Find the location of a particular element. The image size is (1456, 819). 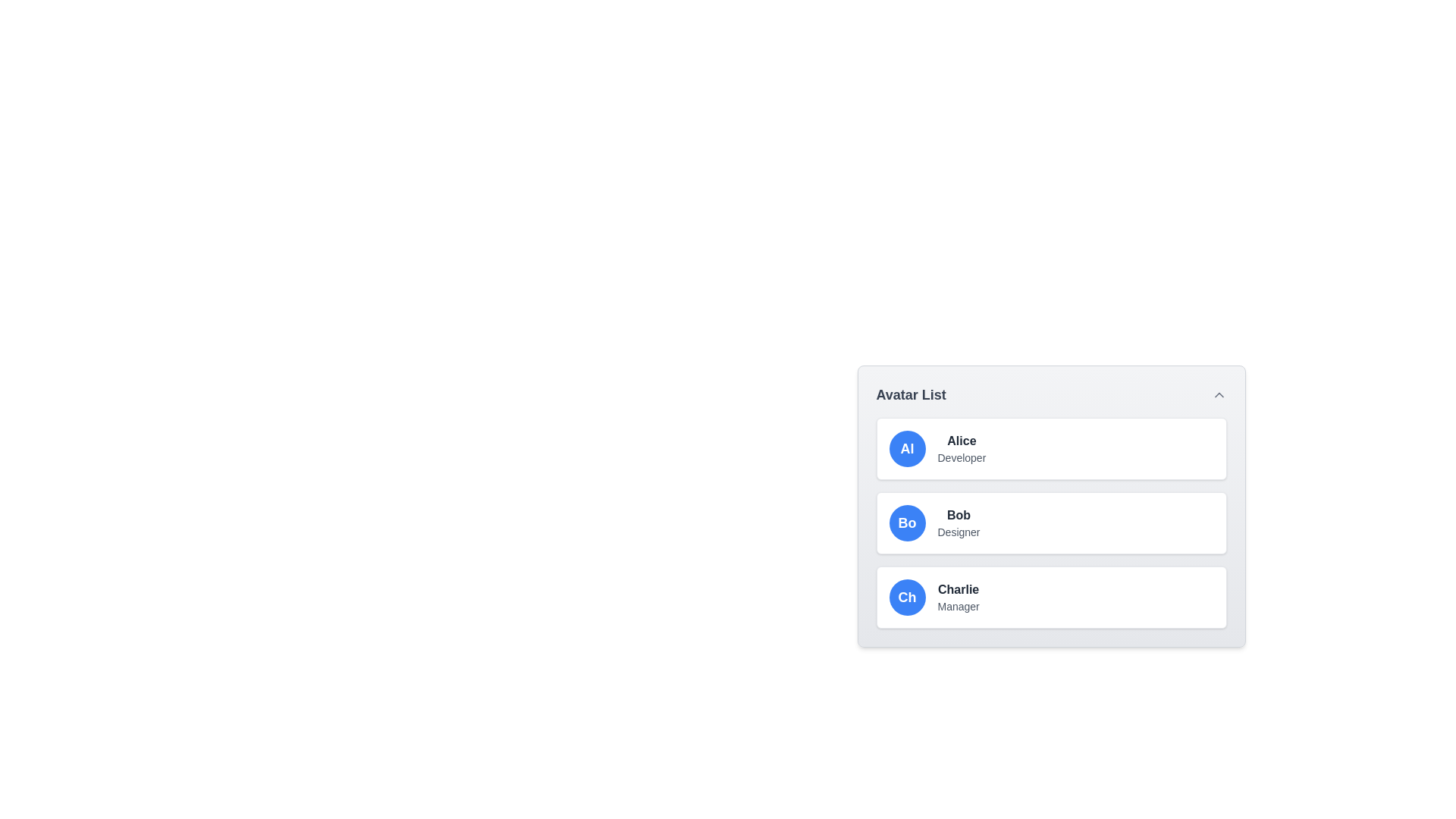

the text label displaying 'Bob' as the name and 'Designer' as the role, located in the second user profile card of a vertical list is located at coordinates (958, 522).